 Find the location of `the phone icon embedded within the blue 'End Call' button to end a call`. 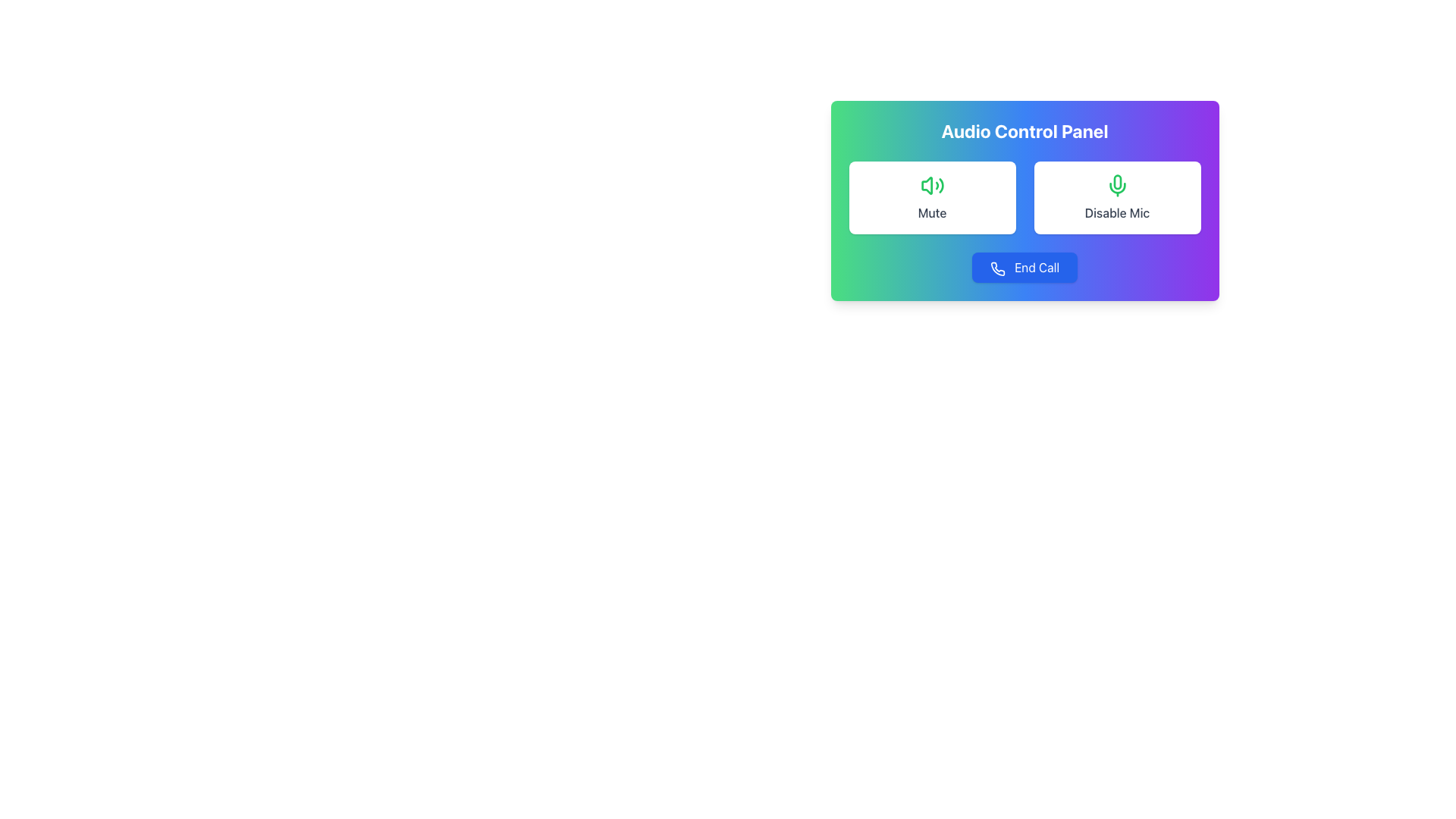

the phone icon embedded within the blue 'End Call' button to end a call is located at coordinates (997, 268).